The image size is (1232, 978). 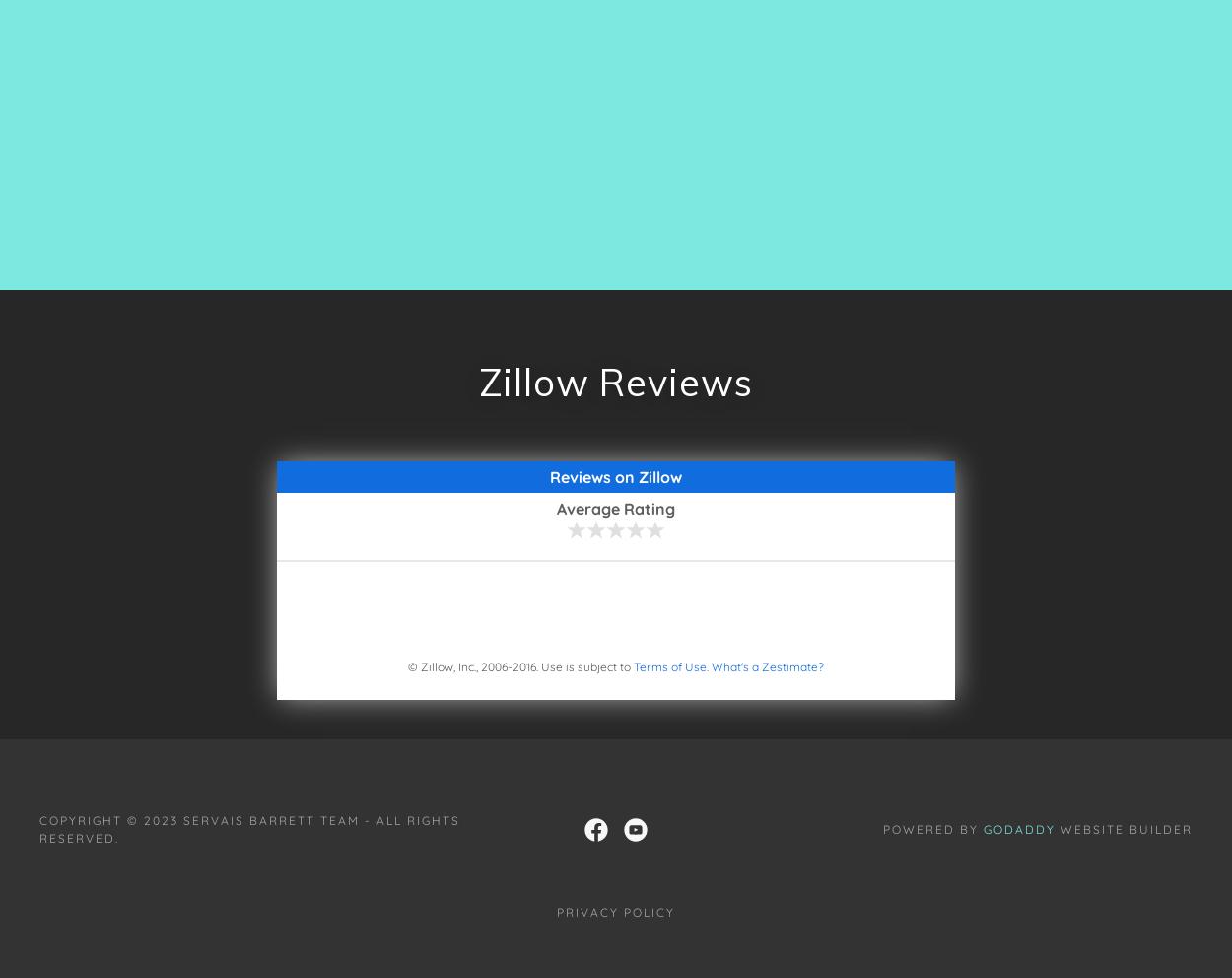 What do you see at coordinates (555, 507) in the screenshot?
I see `'Average Rating'` at bounding box center [555, 507].